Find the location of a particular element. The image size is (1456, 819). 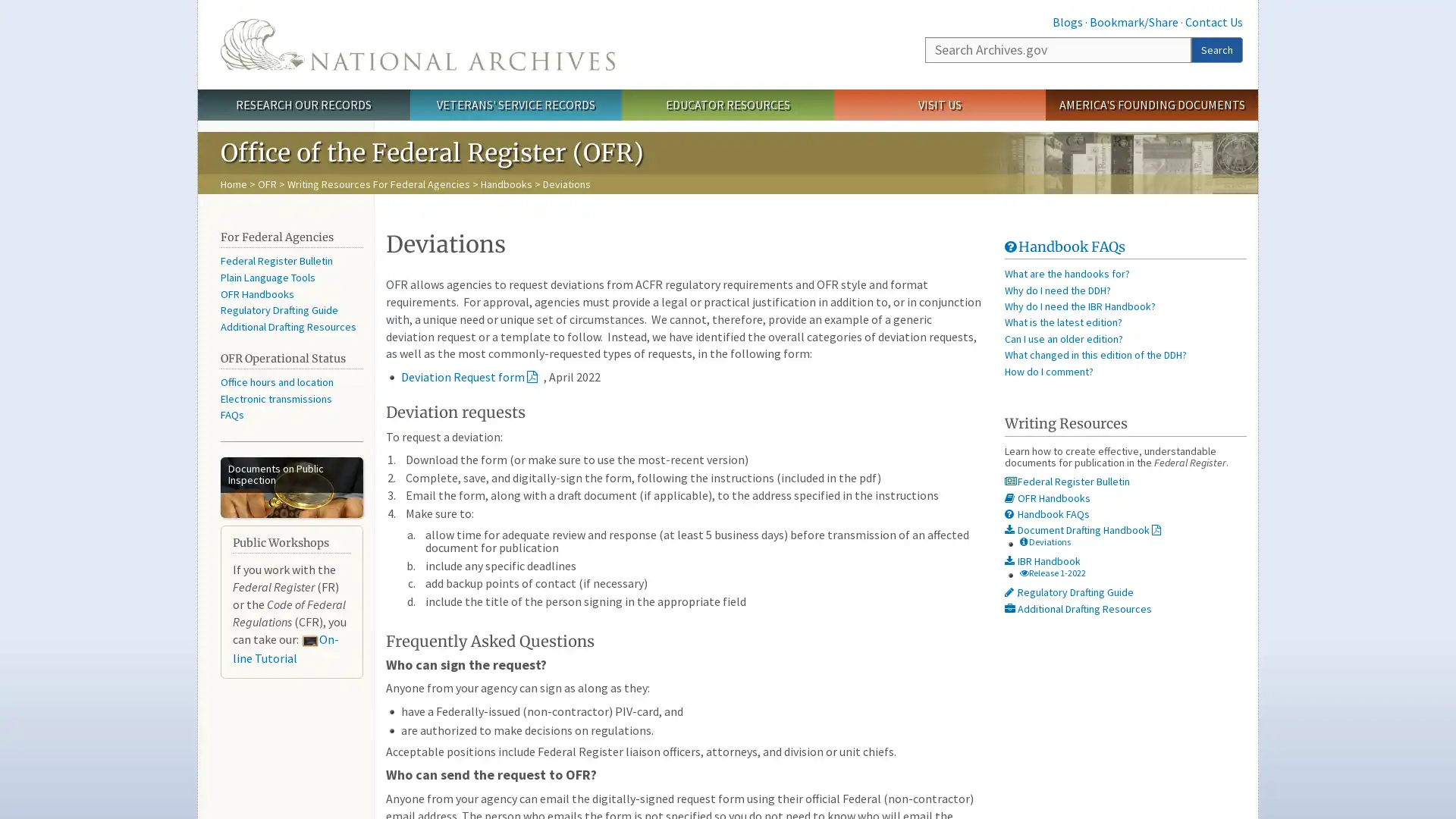

Search is located at coordinates (1216, 49).